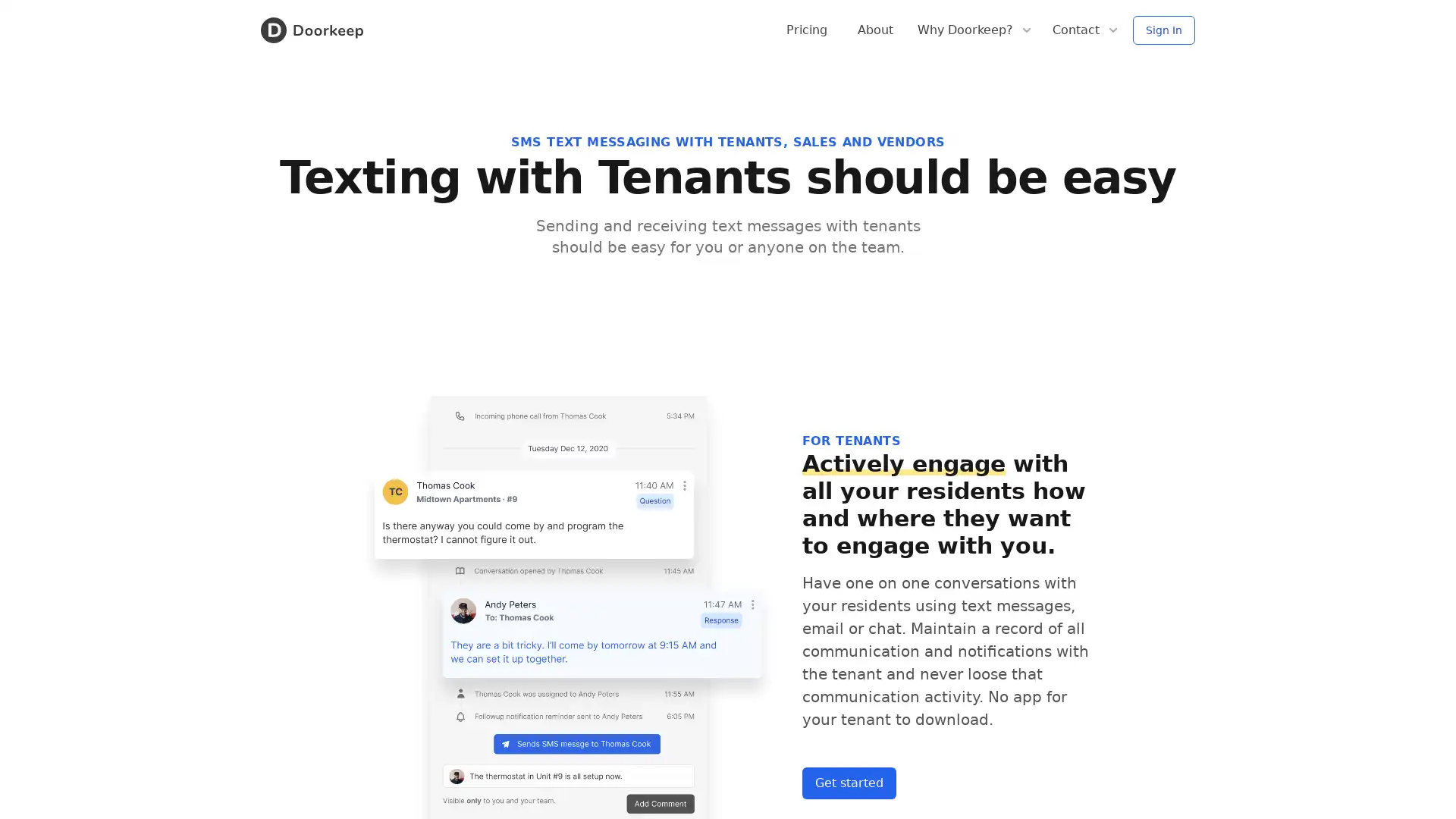  I want to click on Why Doorkeep?, so click(975, 30).